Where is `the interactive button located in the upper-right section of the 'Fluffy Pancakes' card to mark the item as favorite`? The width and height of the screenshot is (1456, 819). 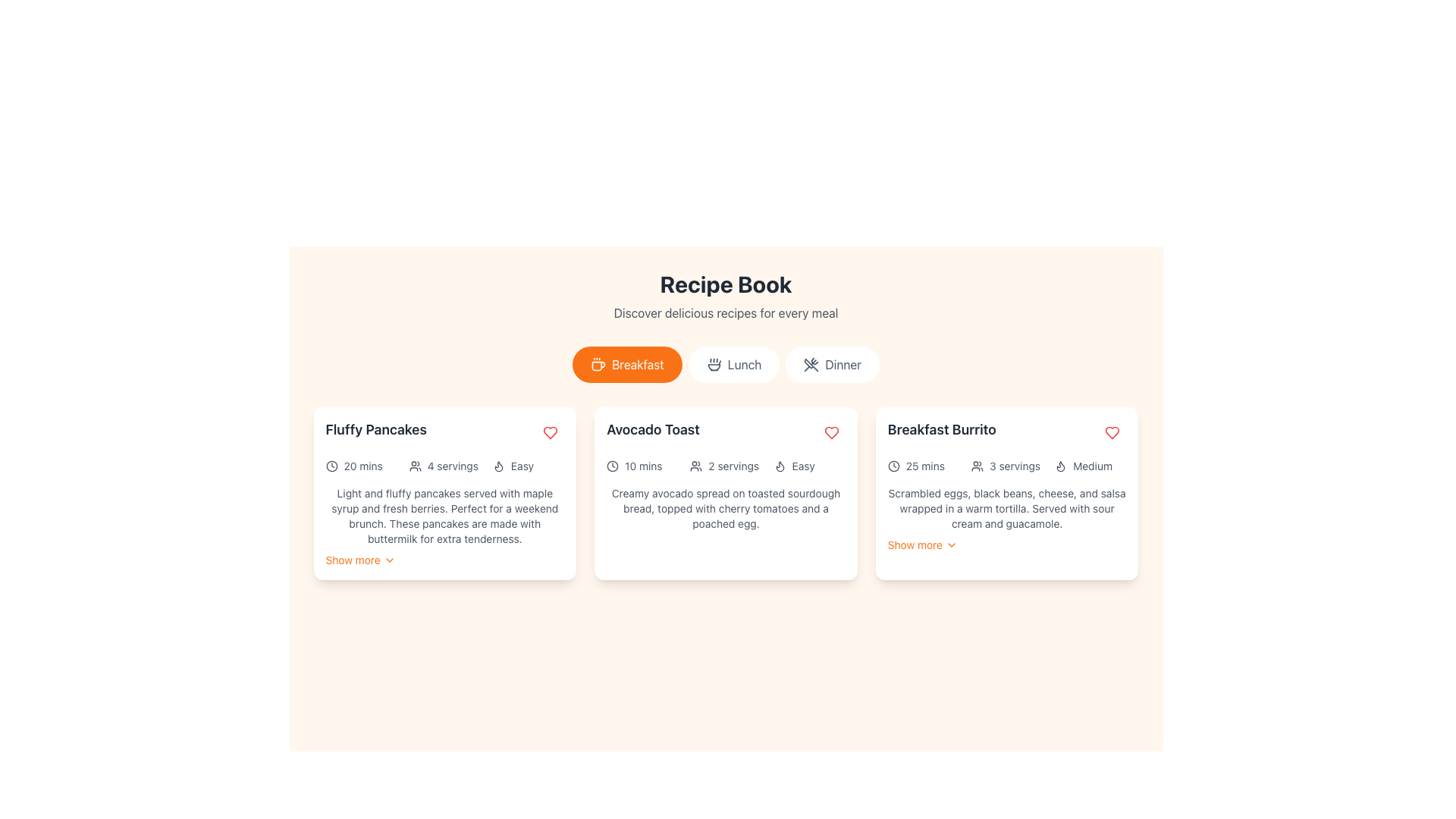
the interactive button located in the upper-right section of the 'Fluffy Pancakes' card to mark the item as favorite is located at coordinates (550, 432).